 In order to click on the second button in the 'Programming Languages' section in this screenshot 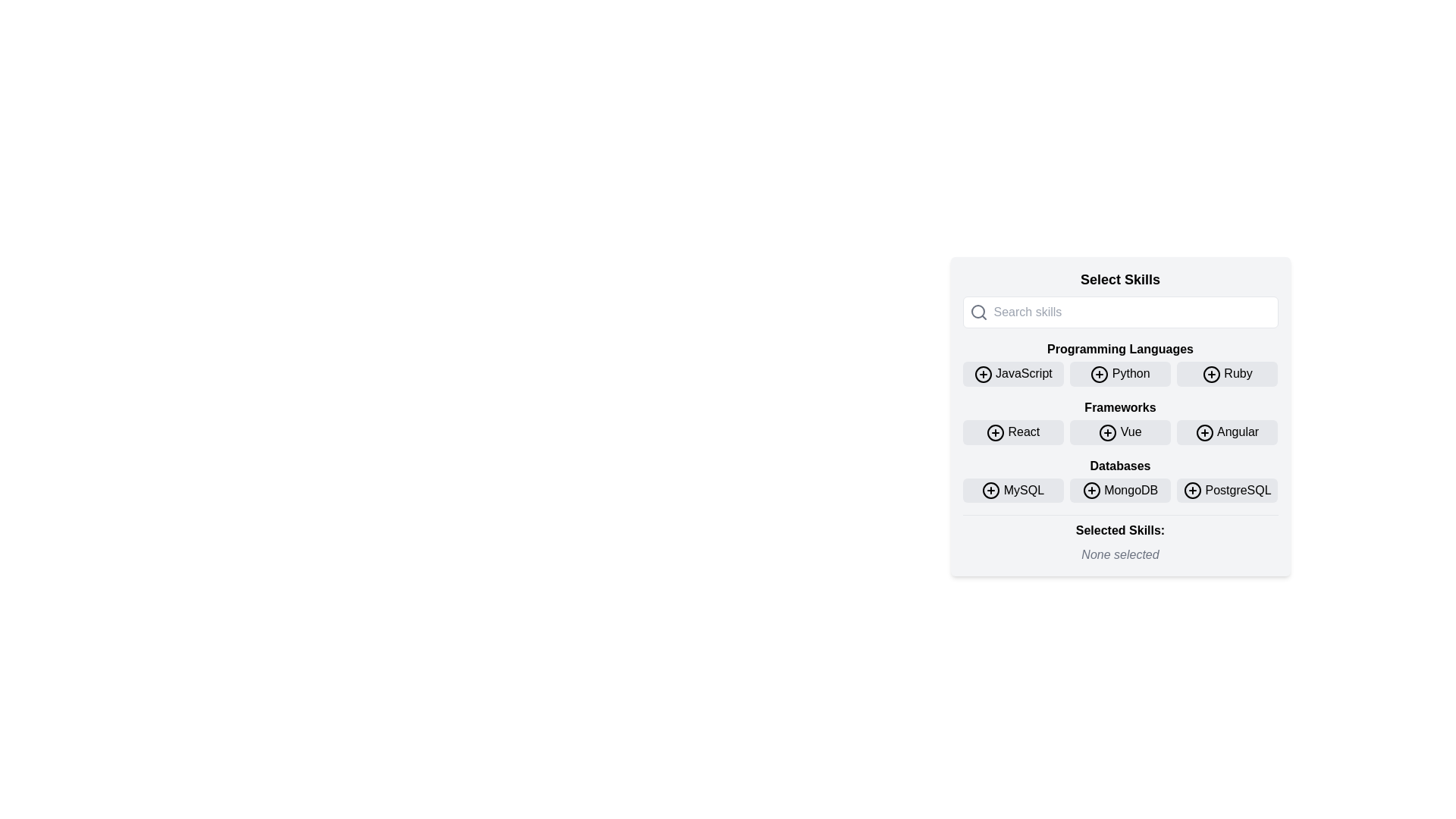, I will do `click(1120, 363)`.